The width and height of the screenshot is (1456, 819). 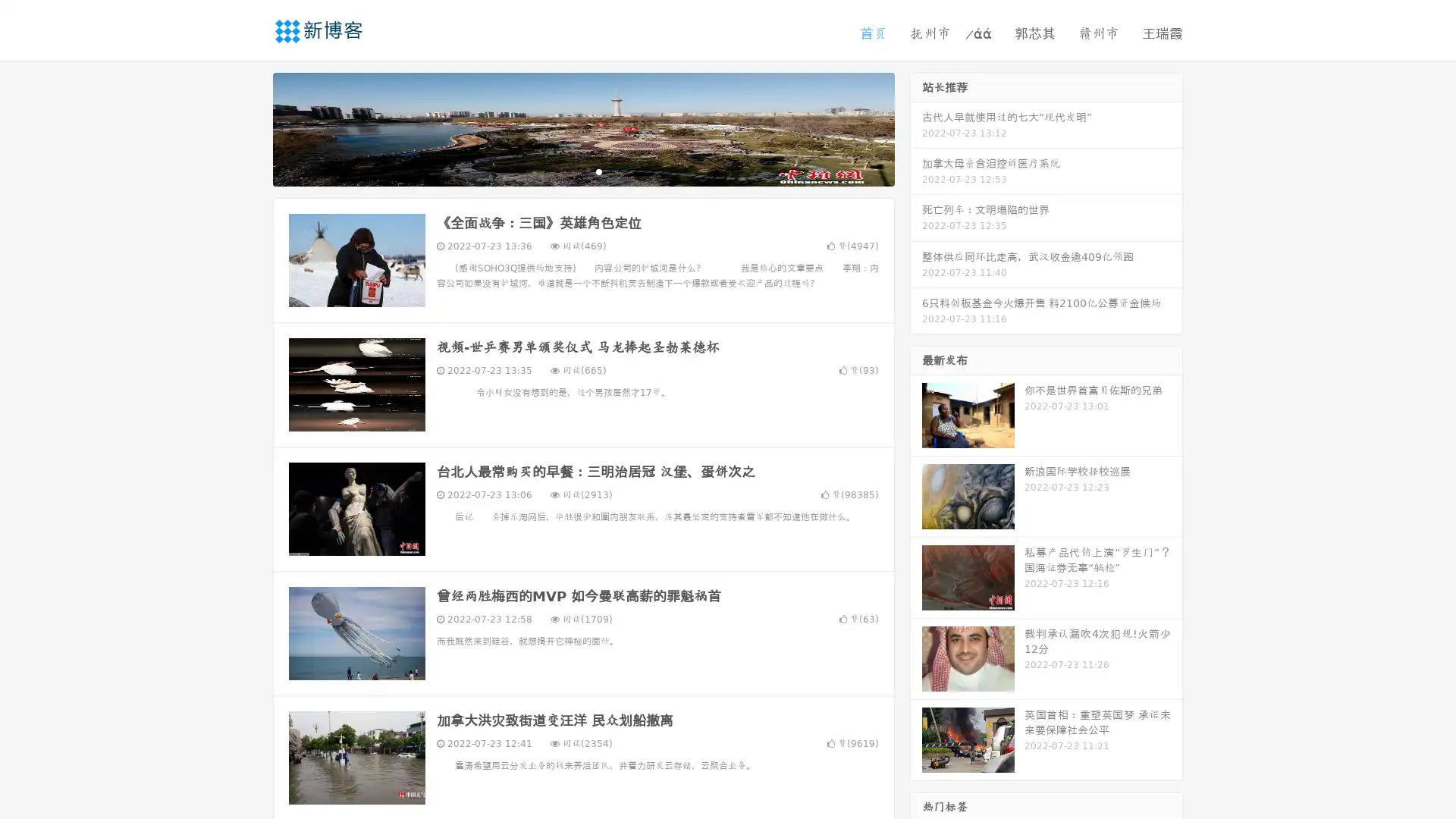 I want to click on Go to slide 1, so click(x=567, y=171).